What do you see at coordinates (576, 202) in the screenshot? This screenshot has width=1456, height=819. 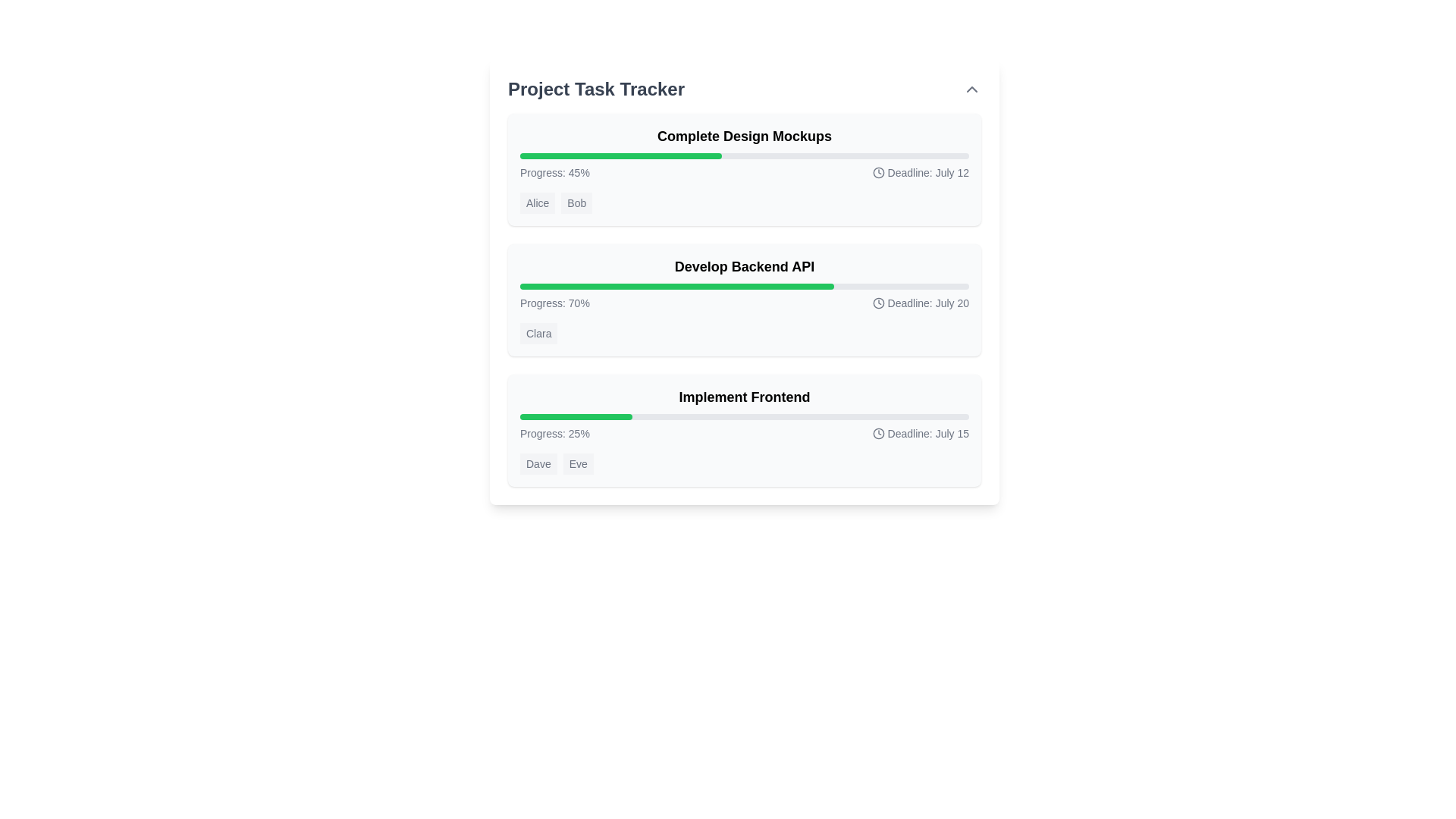 I see `the label displaying the name 'Bob', which is positioned in a rounded rectangle with a light gray background, located after the label 'Alice' in the 'Complete Design Mockups' task section` at bounding box center [576, 202].